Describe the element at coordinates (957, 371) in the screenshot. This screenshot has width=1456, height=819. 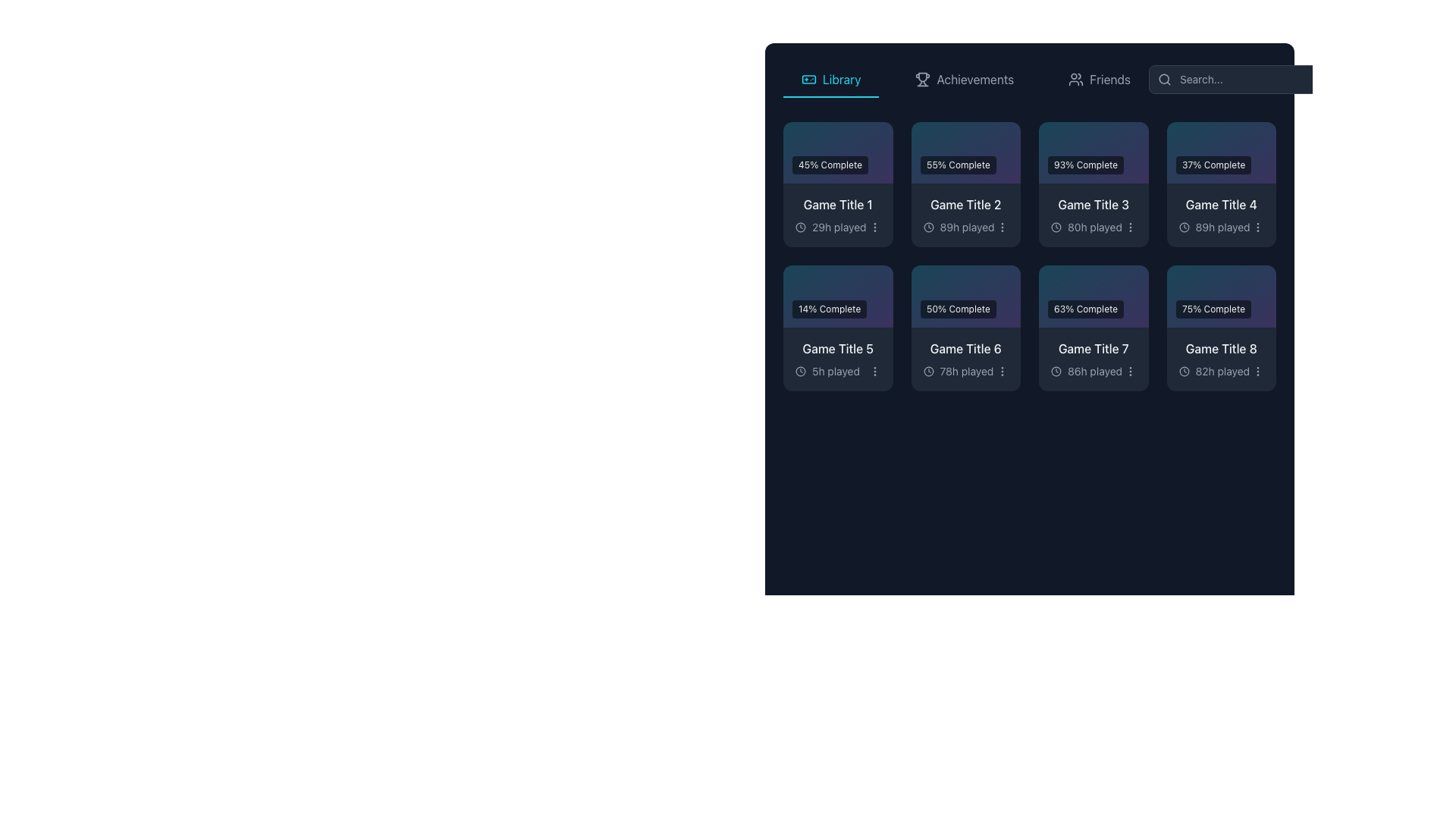
I see `the text '78h played' next to the clock icon within the 'Game Title 6' card` at that location.